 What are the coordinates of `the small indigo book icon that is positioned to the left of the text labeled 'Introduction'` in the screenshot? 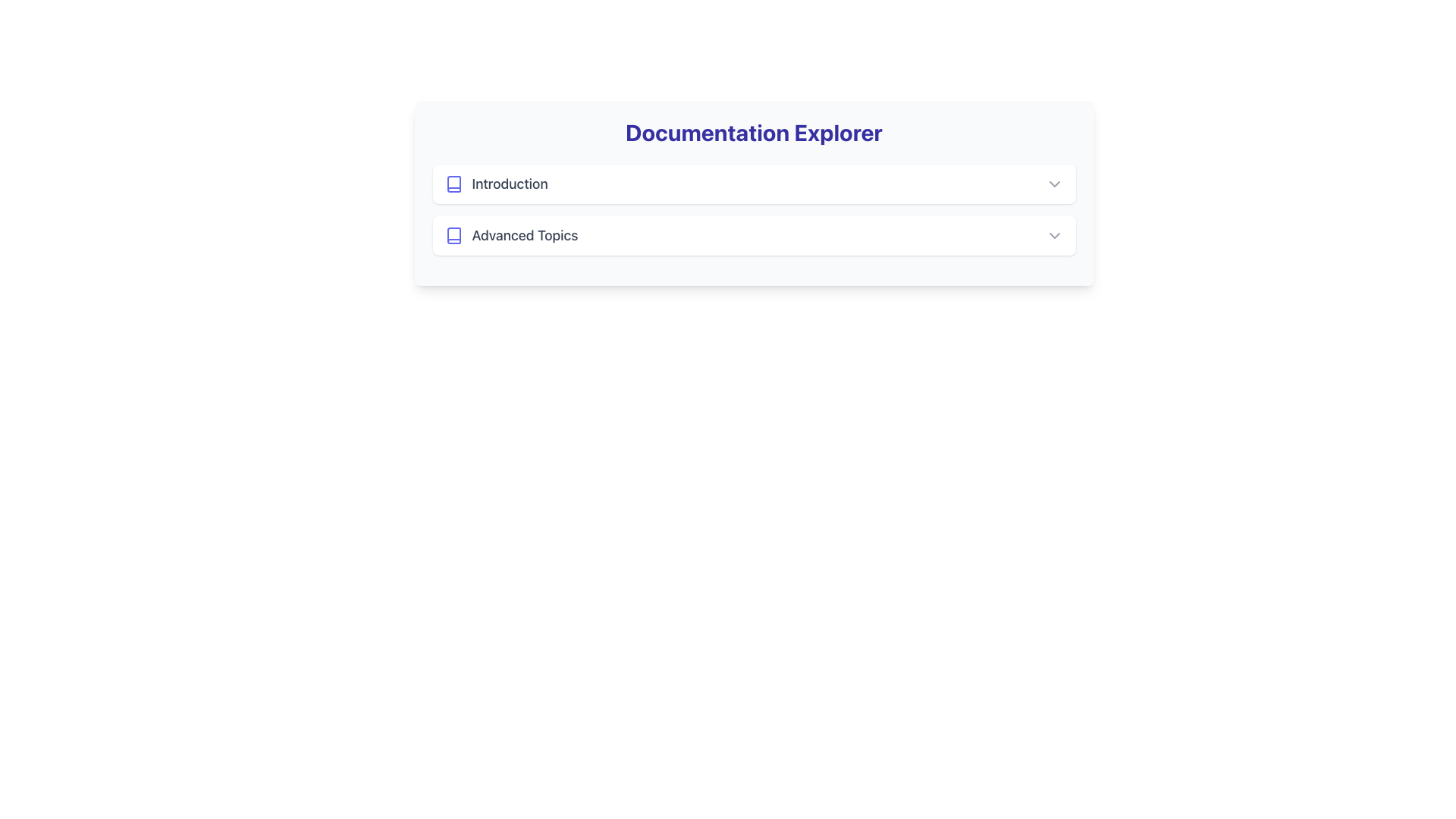 It's located at (453, 184).